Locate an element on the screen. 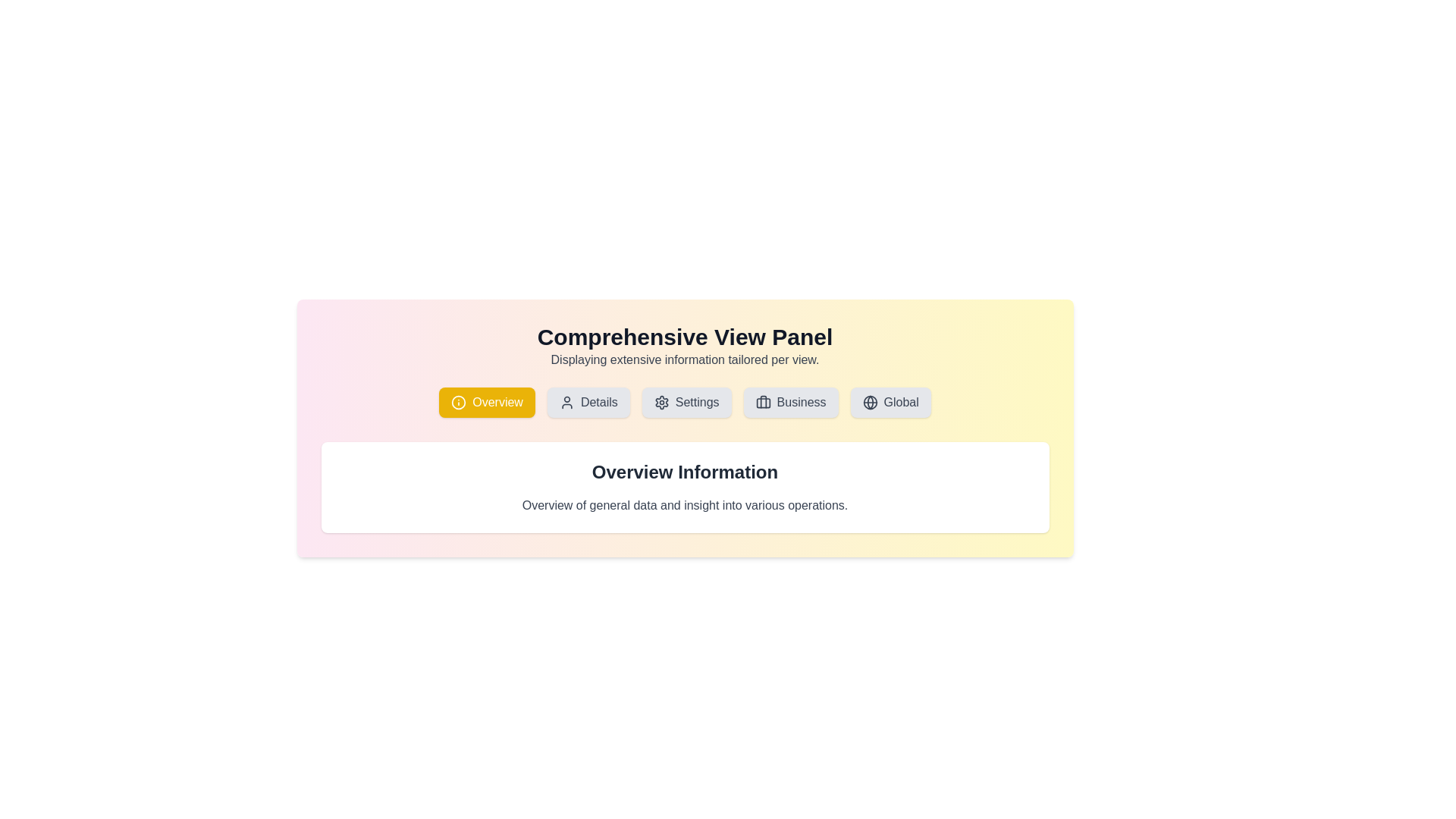  the button labeled 'Business' which is the fourth button in a row of buttons is located at coordinates (801, 402).